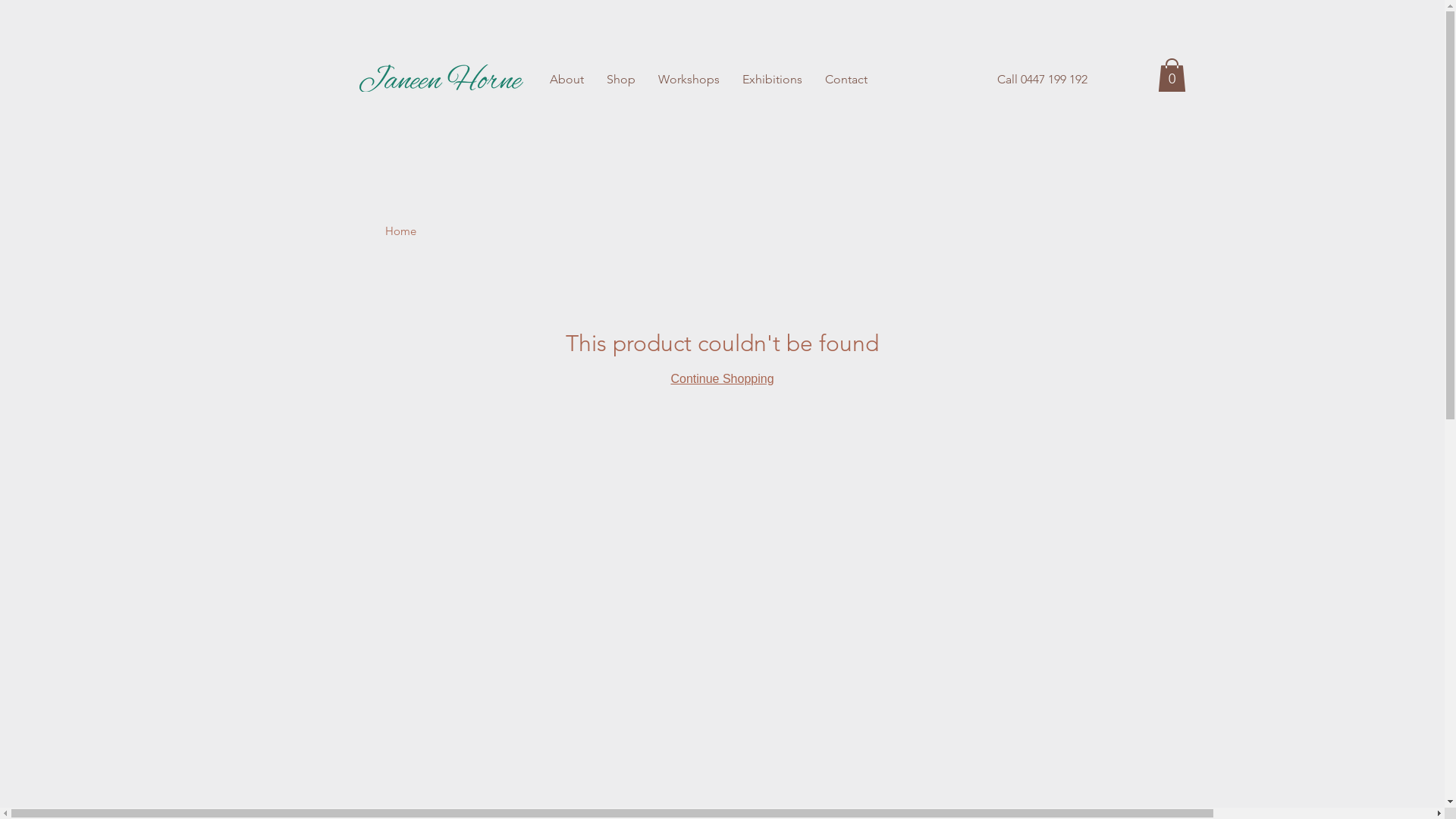  I want to click on 'Continue Shopping', so click(720, 378).